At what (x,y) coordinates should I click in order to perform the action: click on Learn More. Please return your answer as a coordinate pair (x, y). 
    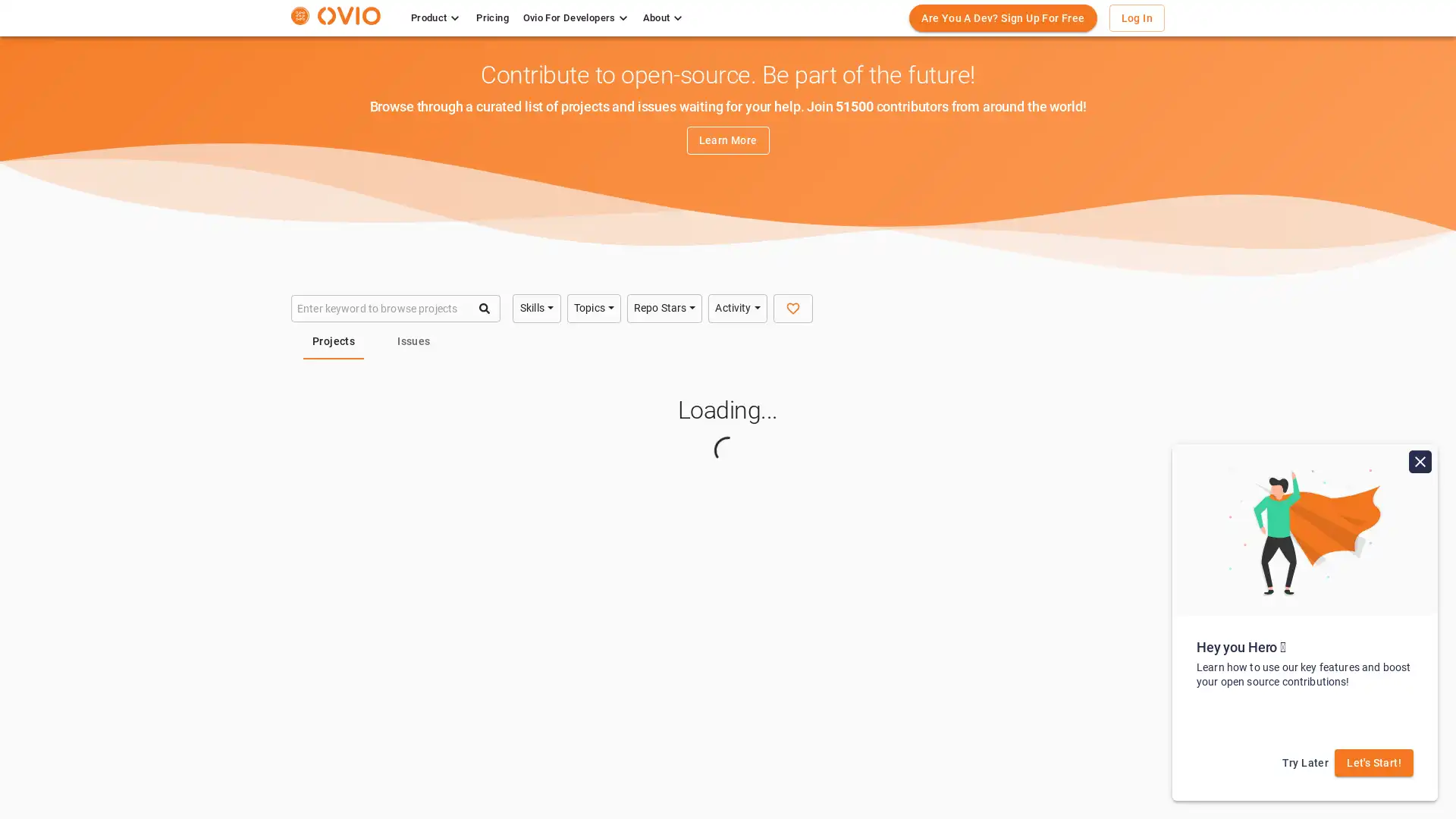
    Looking at the image, I should click on (726, 140).